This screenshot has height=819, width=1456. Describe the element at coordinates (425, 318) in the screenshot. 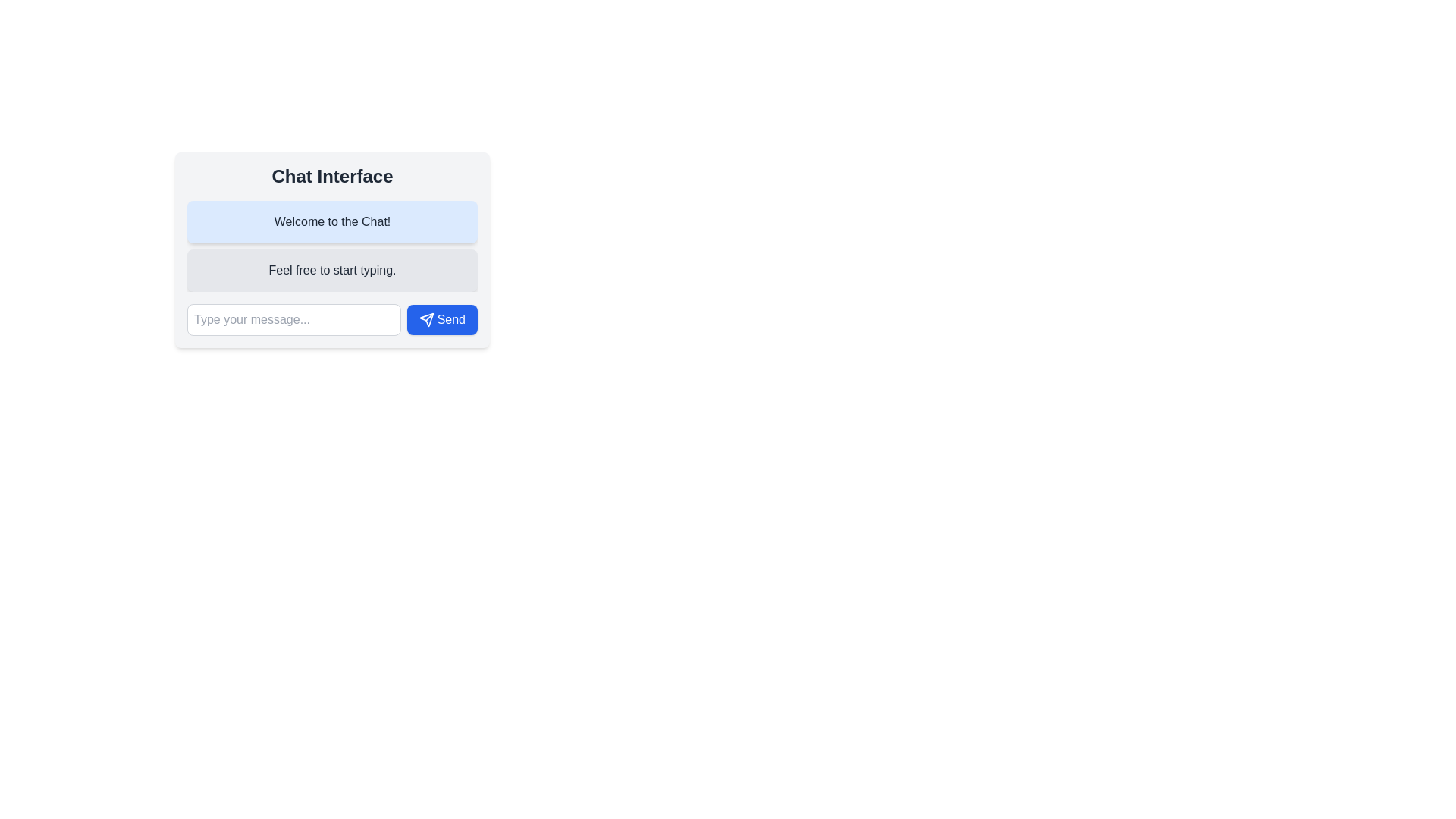

I see `the send icon, which resembles a blue paper airplane, located on the far right of the input field in the chat interface, to send the message` at that location.